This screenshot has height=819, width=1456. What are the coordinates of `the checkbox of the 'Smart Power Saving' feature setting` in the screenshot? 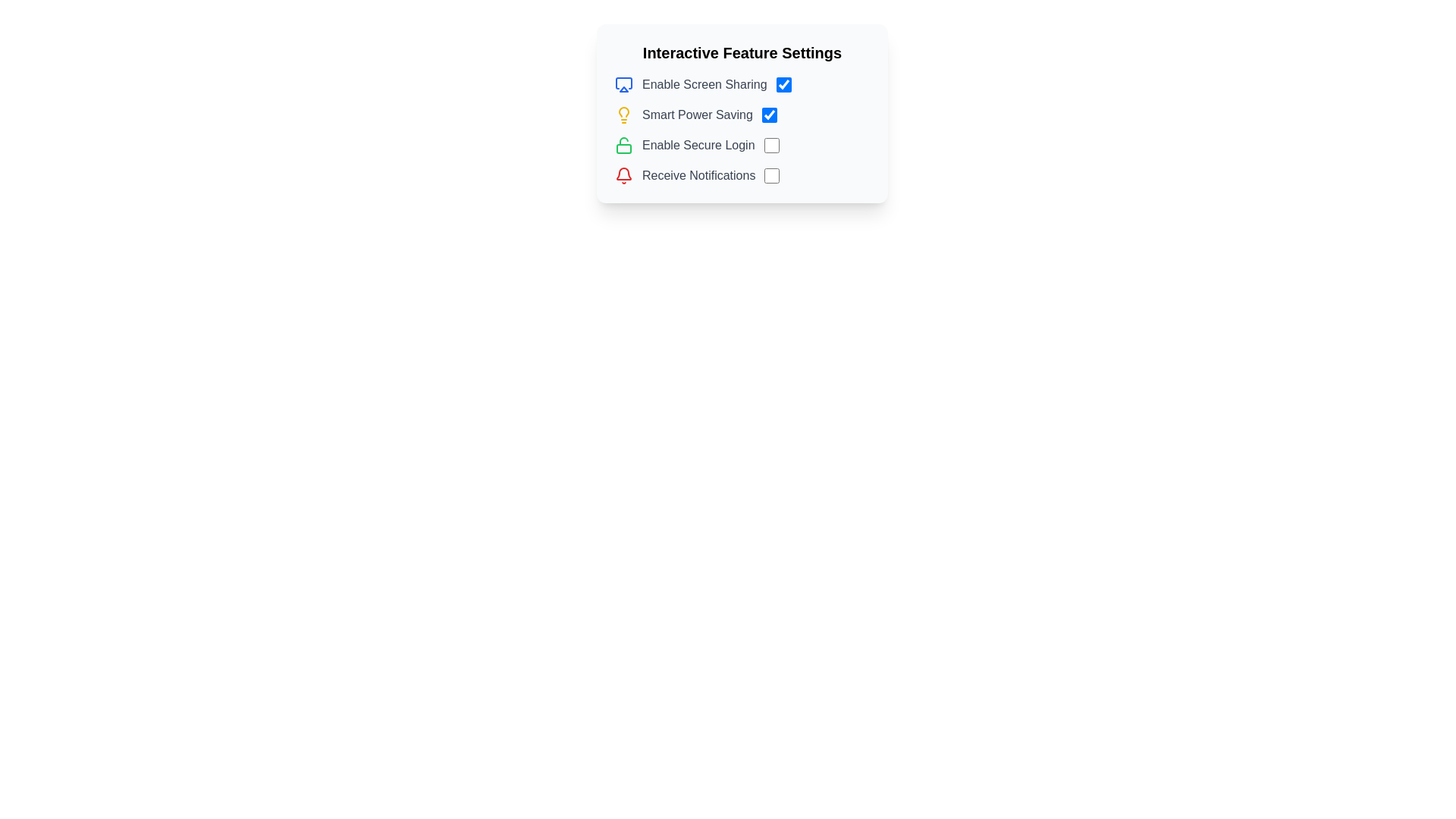 It's located at (742, 114).